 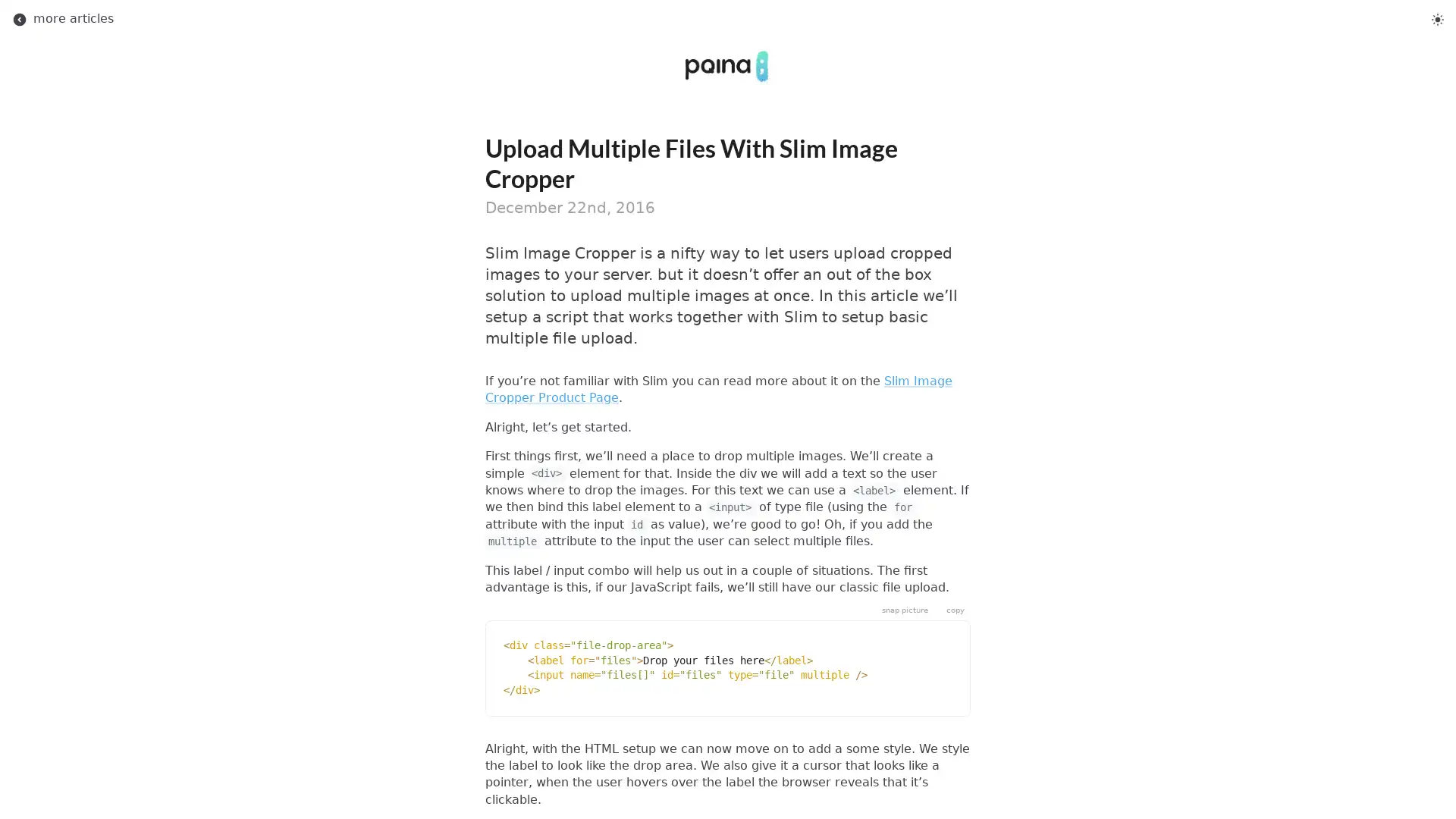 I want to click on copy, so click(x=954, y=608).